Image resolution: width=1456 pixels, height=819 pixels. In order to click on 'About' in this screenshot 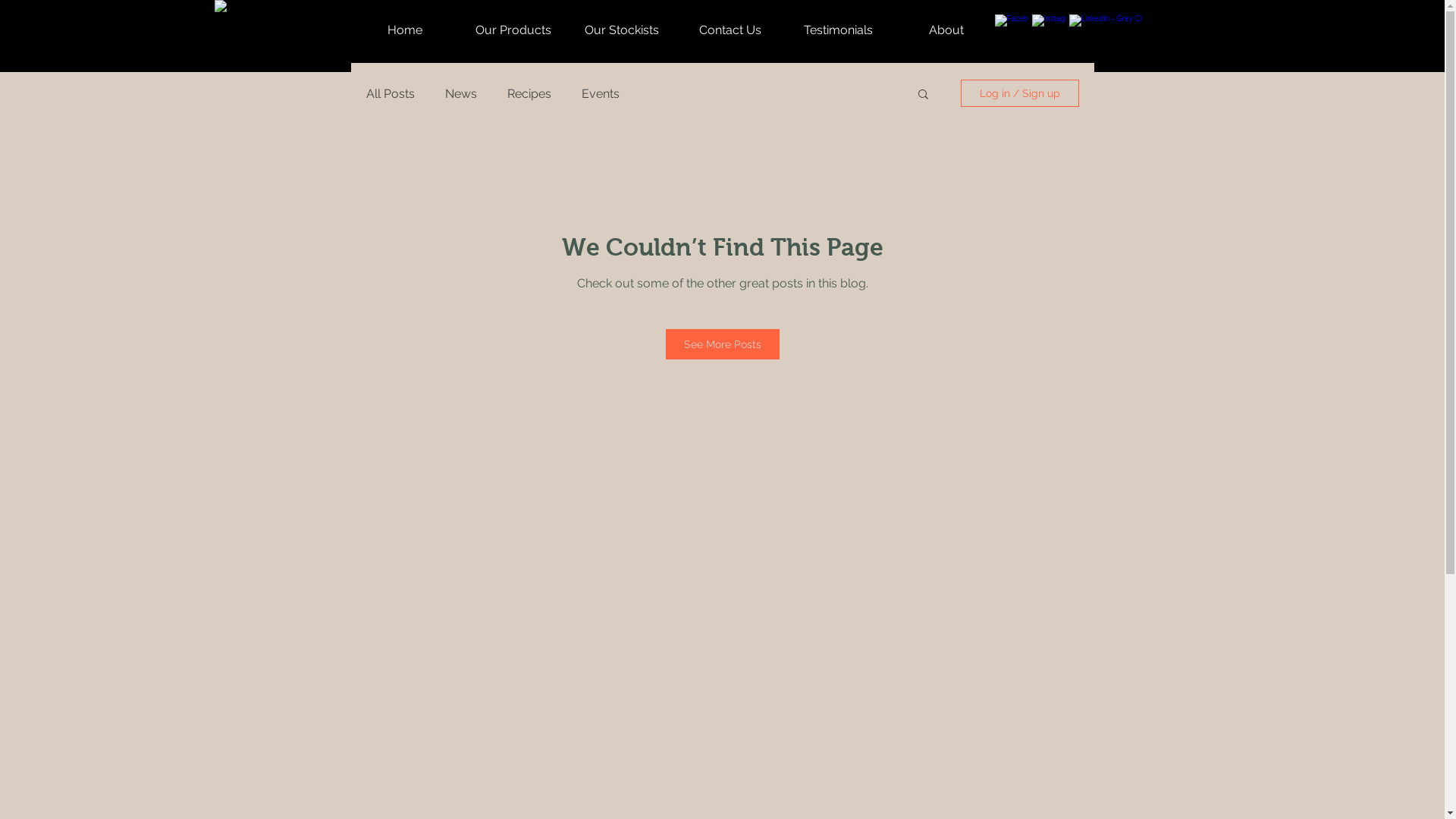, I will do `click(945, 30)`.